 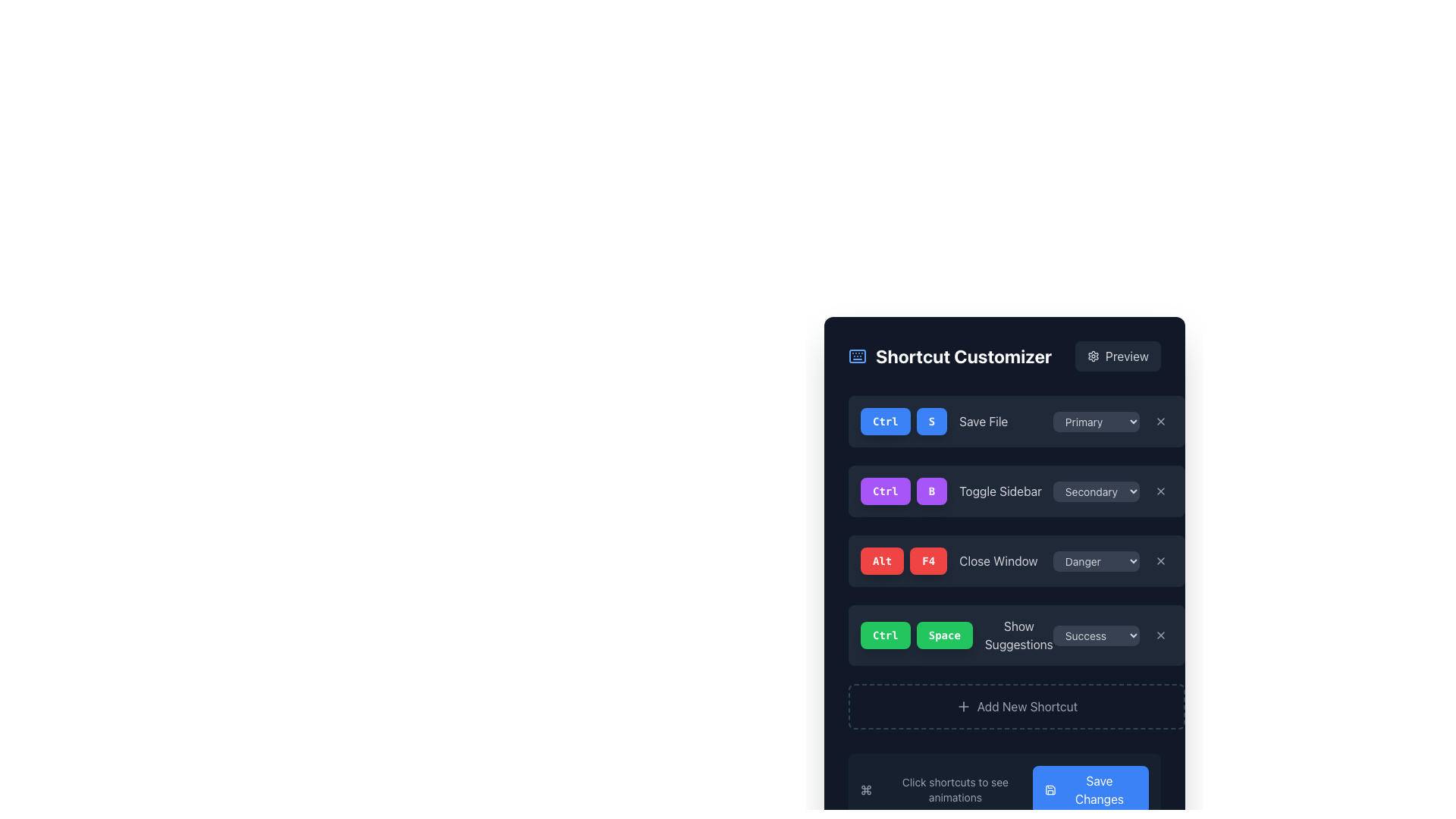 What do you see at coordinates (1096, 561) in the screenshot?
I see `the 'Danger' dropdown button, which is styled with a dark background and lighter text, located` at bounding box center [1096, 561].